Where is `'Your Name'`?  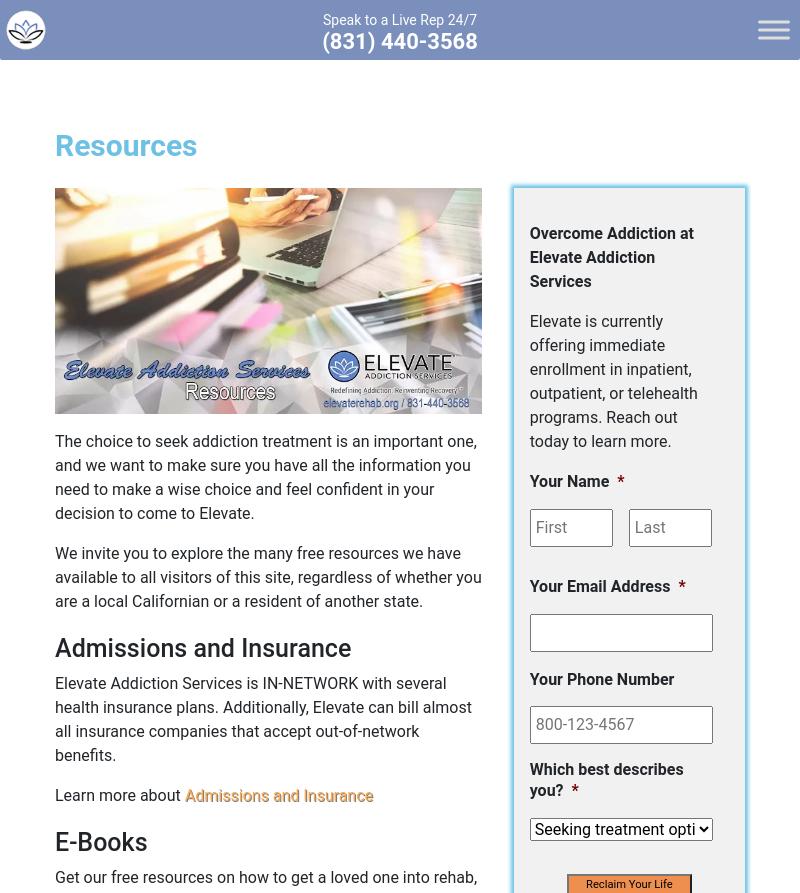 'Your Name' is located at coordinates (567, 480).